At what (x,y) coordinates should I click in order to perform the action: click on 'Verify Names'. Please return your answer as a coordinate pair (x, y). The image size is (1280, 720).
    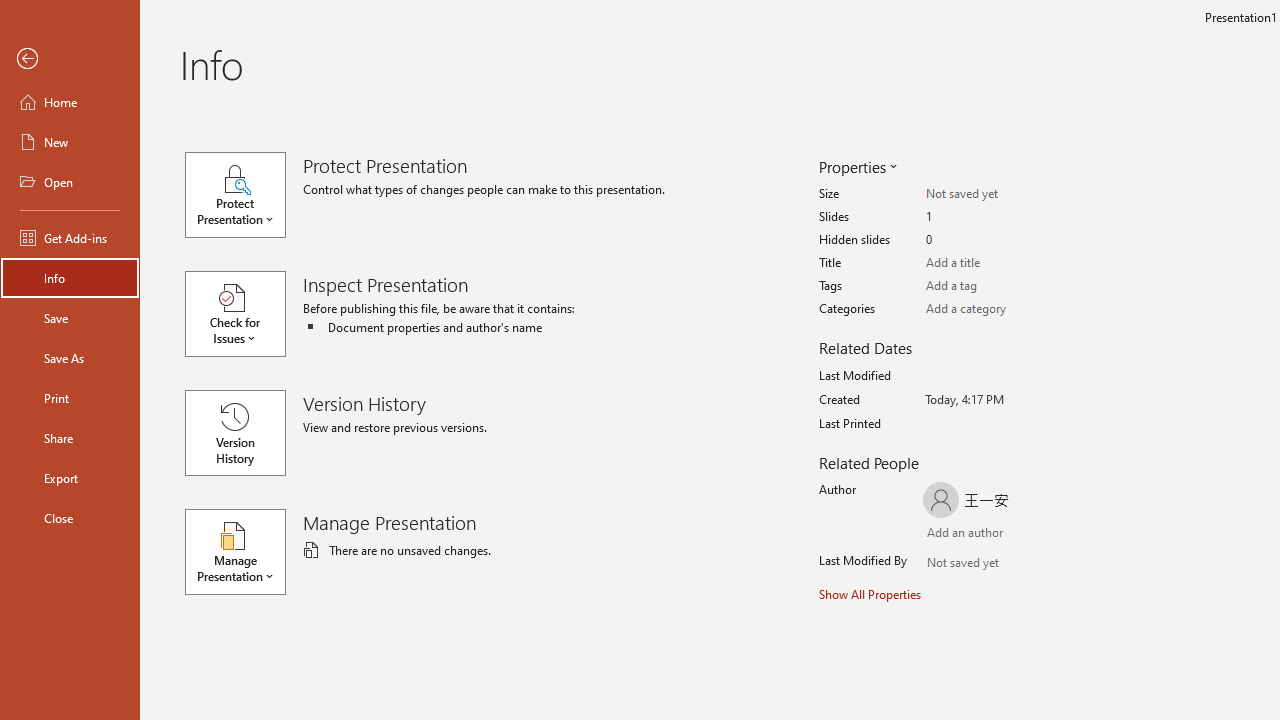
    Looking at the image, I should click on (984, 565).